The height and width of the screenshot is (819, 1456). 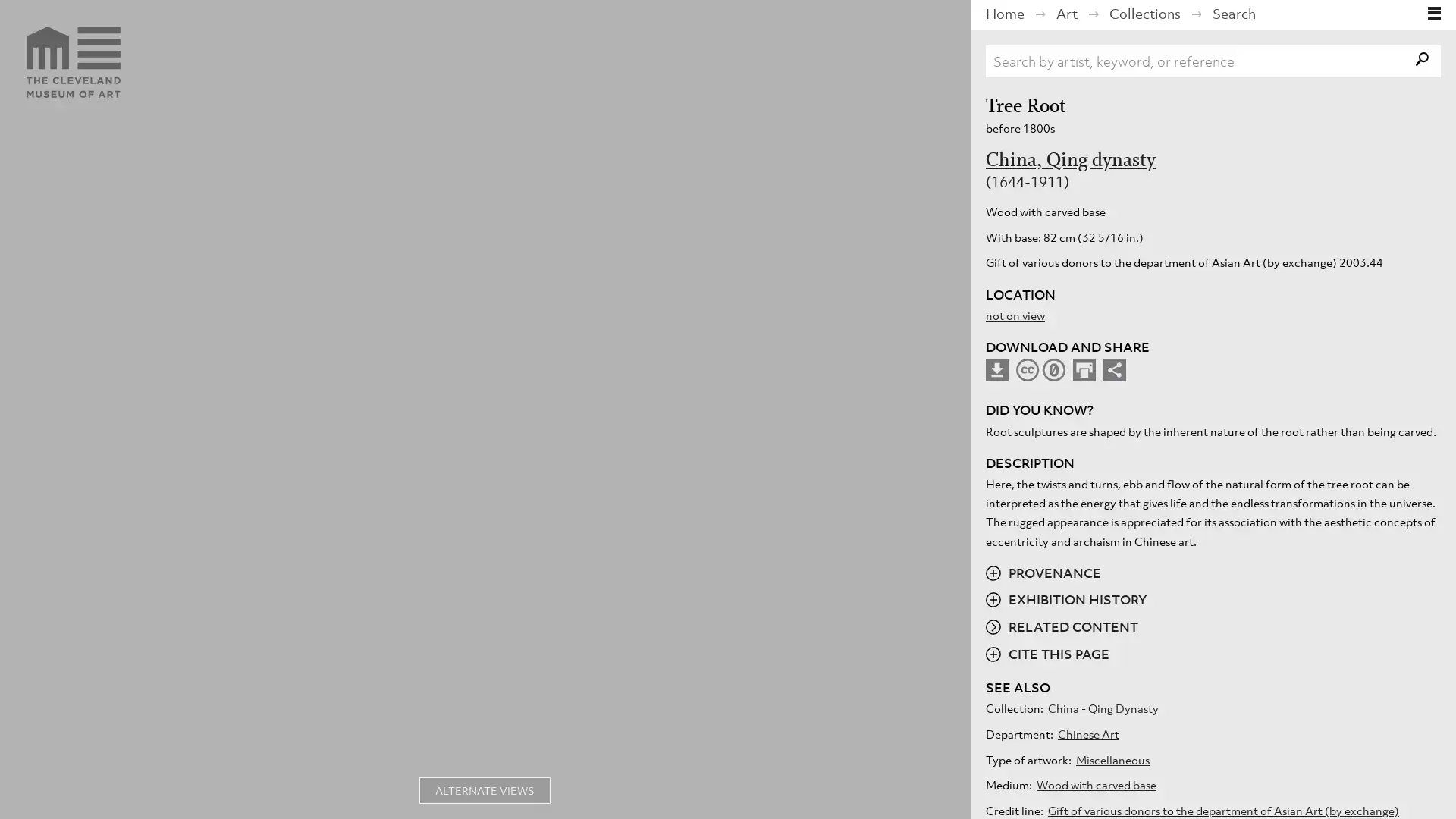 I want to click on search, so click(x=1421, y=61).